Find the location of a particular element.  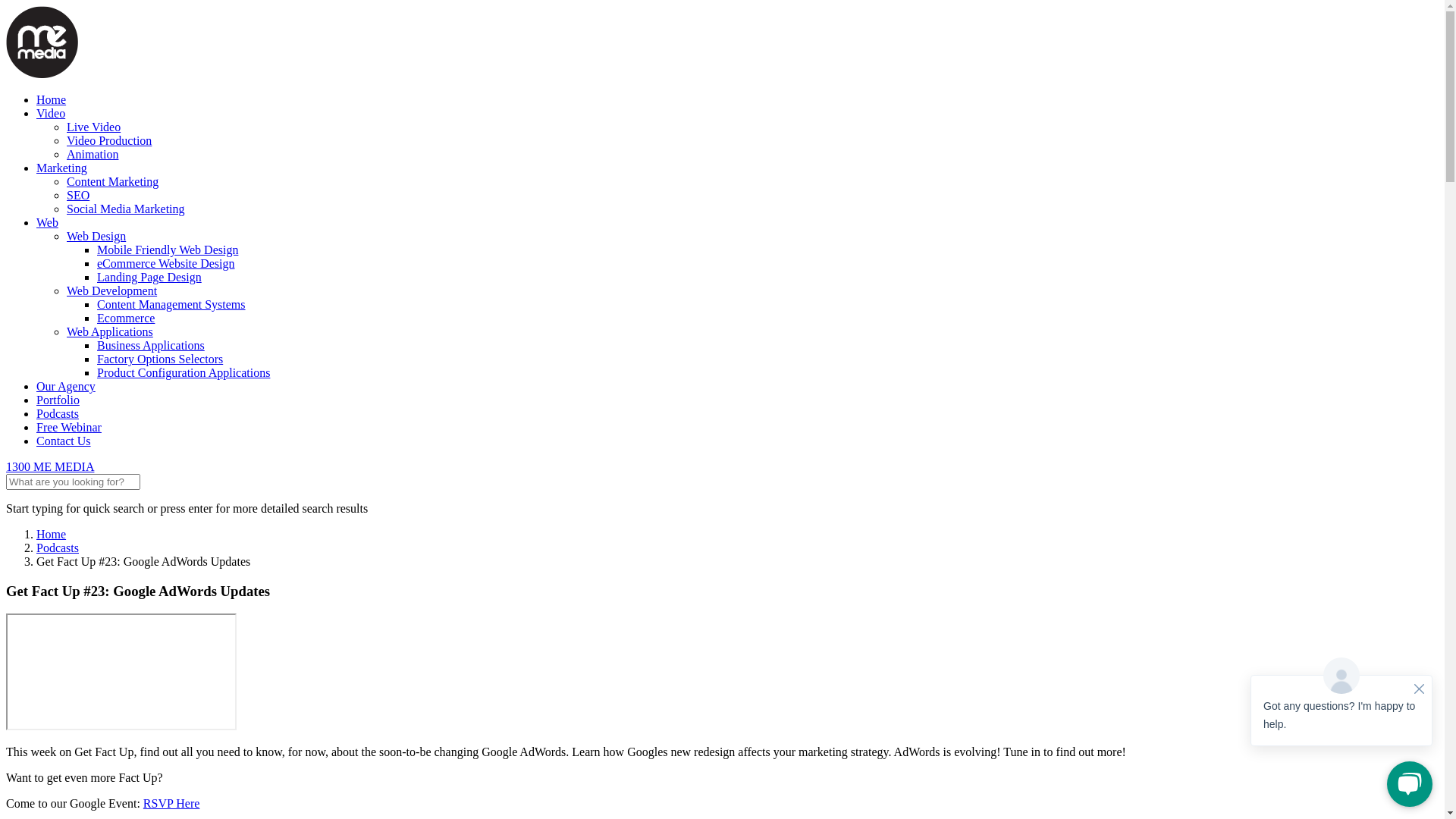

'Landing Page Design' is located at coordinates (149, 277).